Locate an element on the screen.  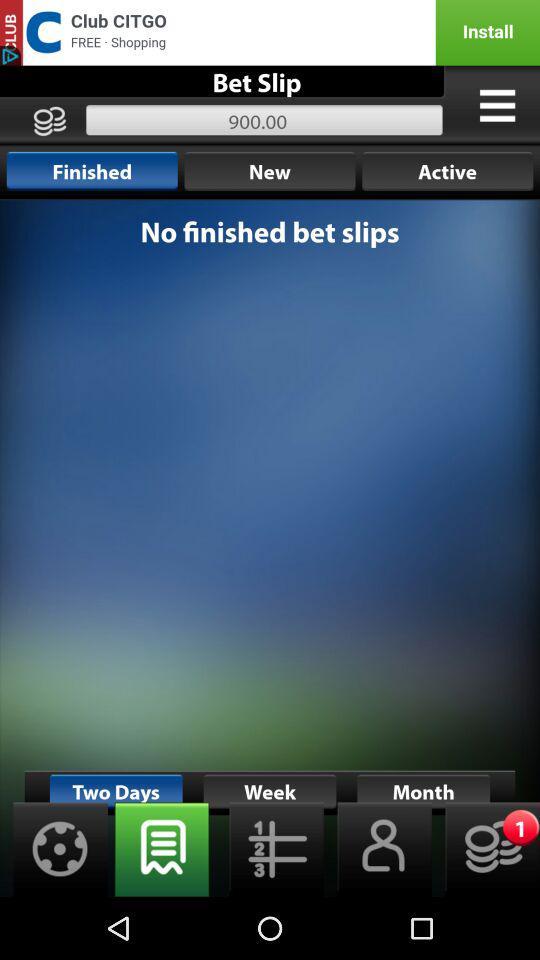
week is located at coordinates (161, 848).